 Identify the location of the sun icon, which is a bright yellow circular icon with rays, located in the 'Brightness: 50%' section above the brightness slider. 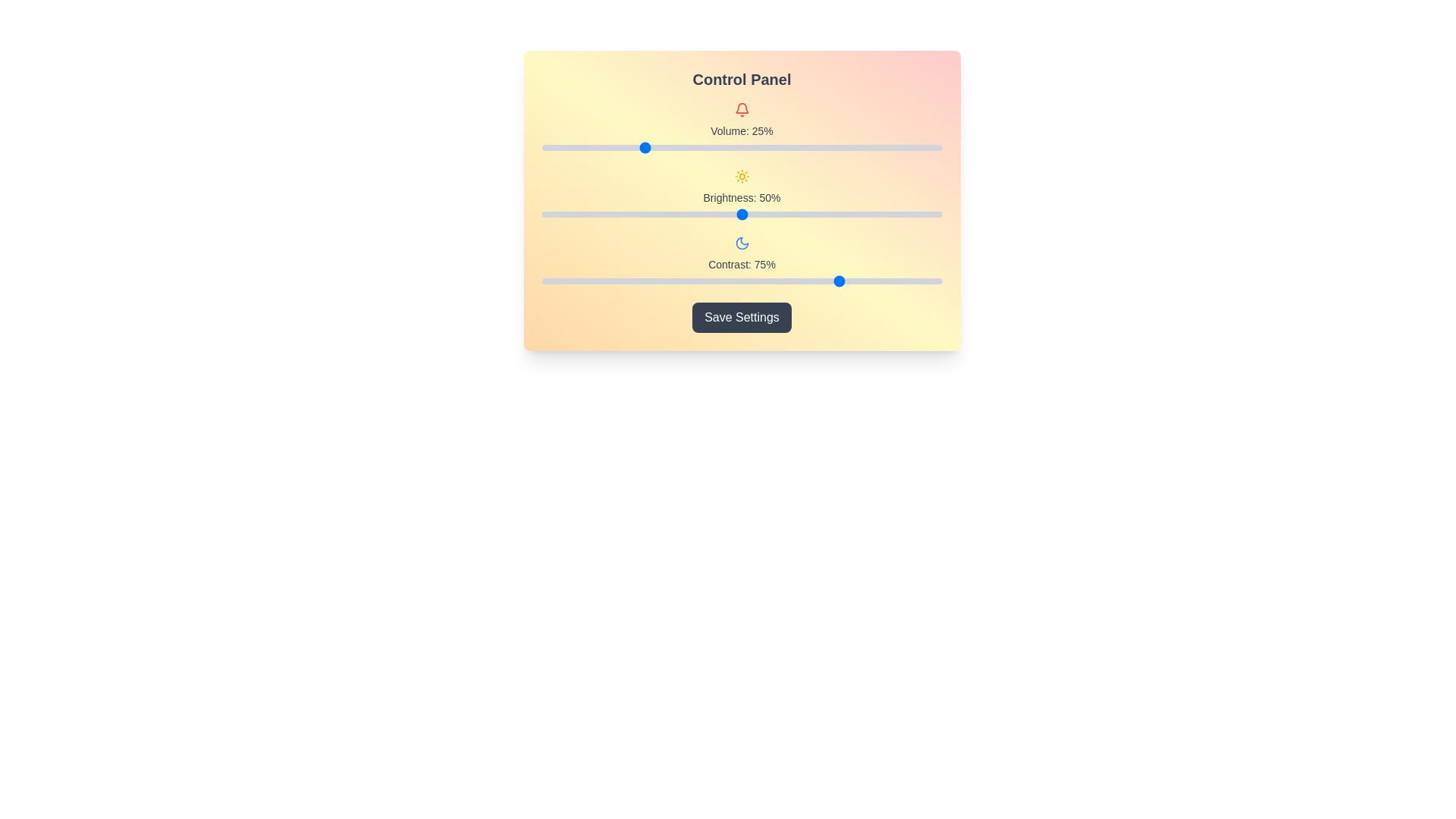
(742, 175).